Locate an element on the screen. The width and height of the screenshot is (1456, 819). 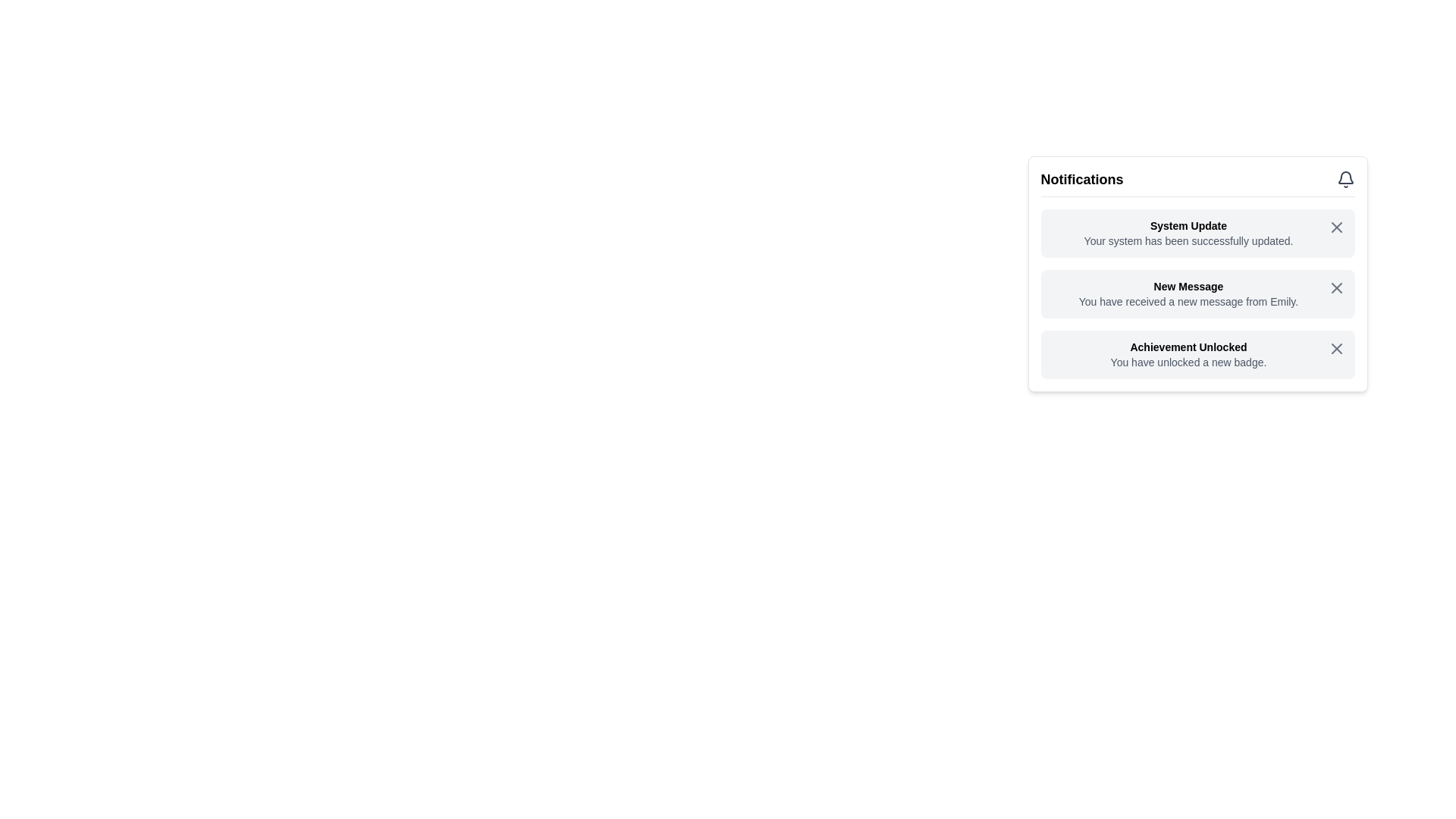
the 'X' close button within the 'New Message' notification is located at coordinates (1336, 288).